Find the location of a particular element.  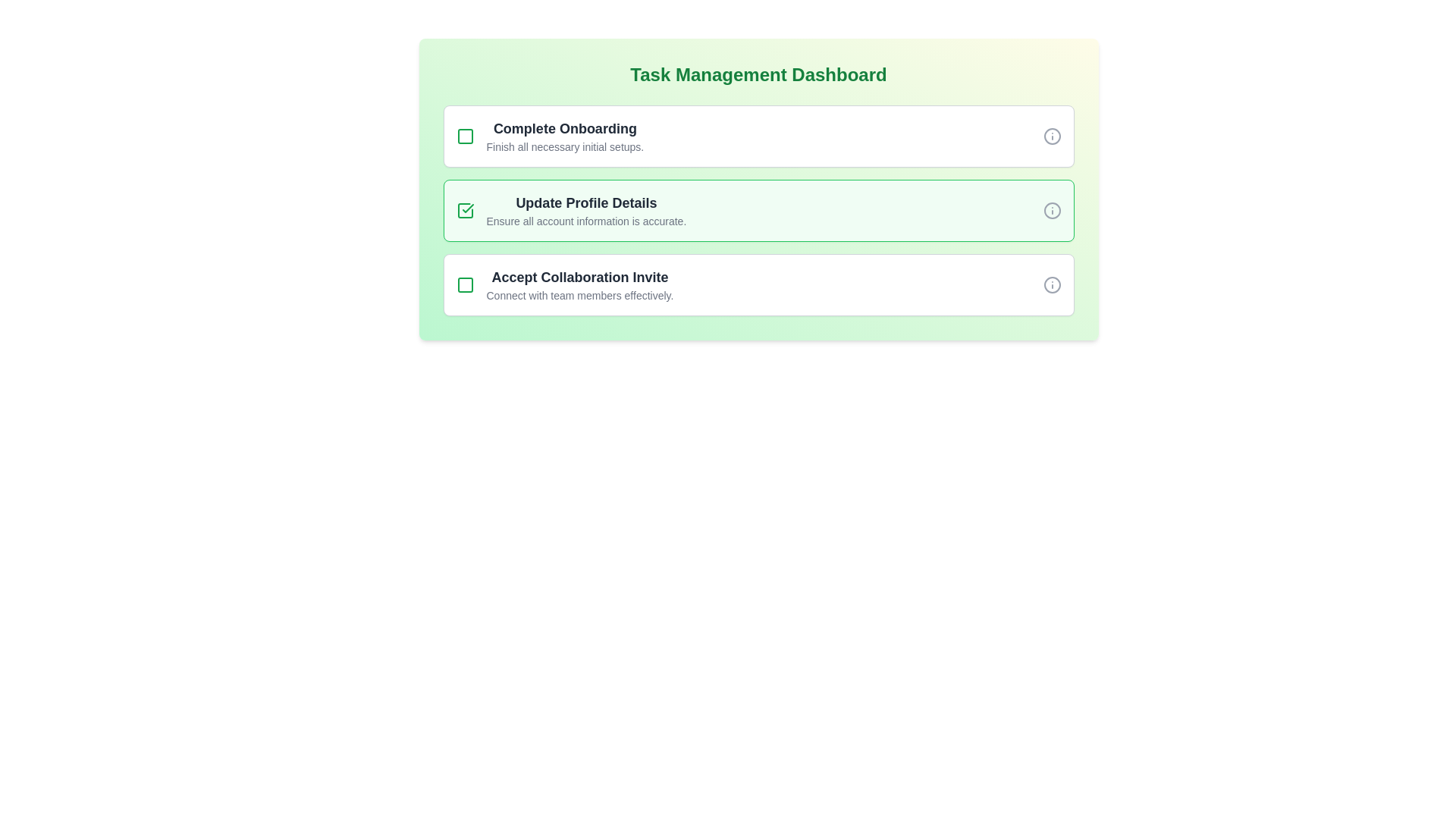

the Checkbox icon with a checkmark that signifies completion for the task 'Update Profile Details' is located at coordinates (464, 210).